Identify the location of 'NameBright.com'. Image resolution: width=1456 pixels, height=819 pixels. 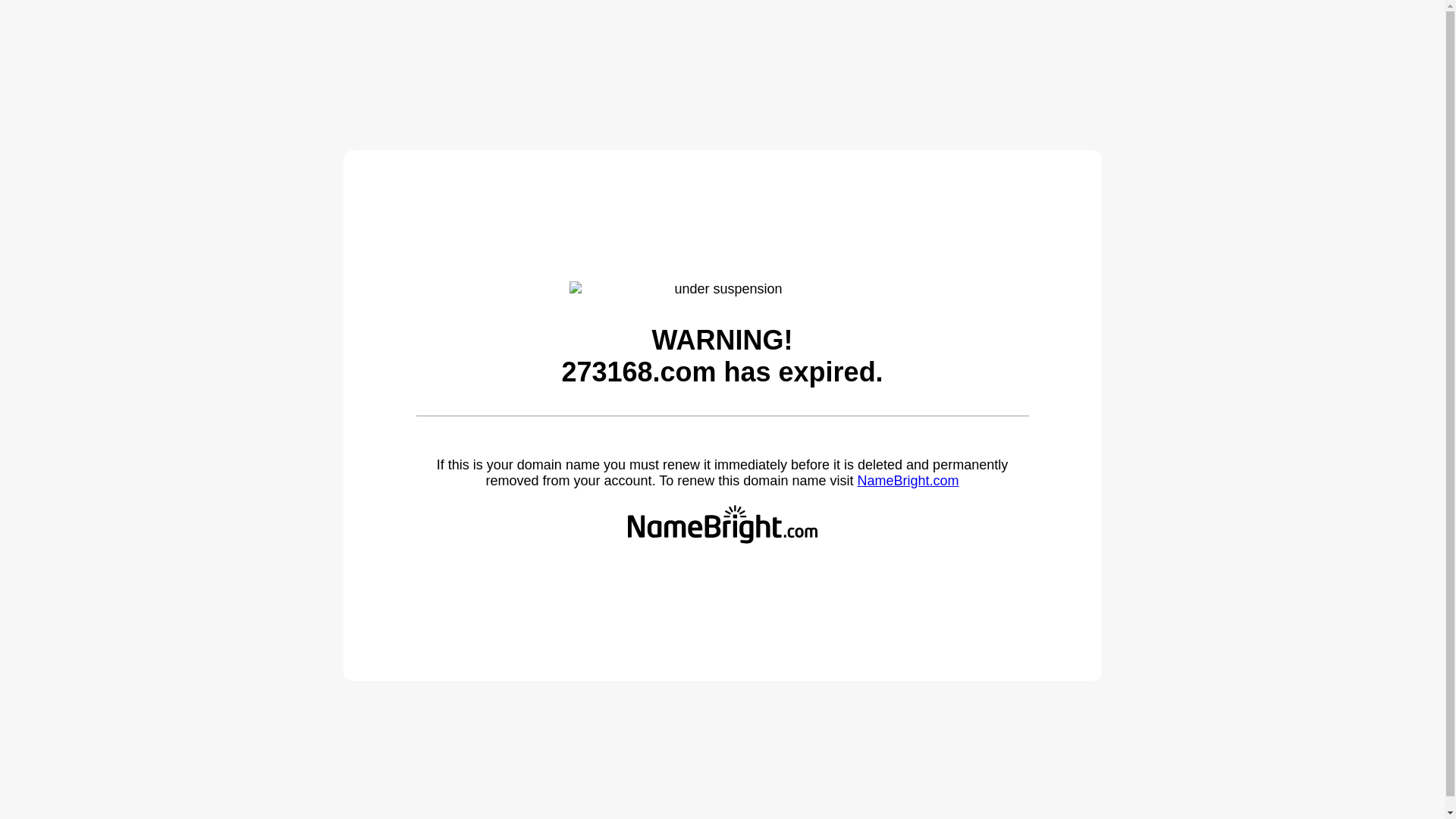
(907, 480).